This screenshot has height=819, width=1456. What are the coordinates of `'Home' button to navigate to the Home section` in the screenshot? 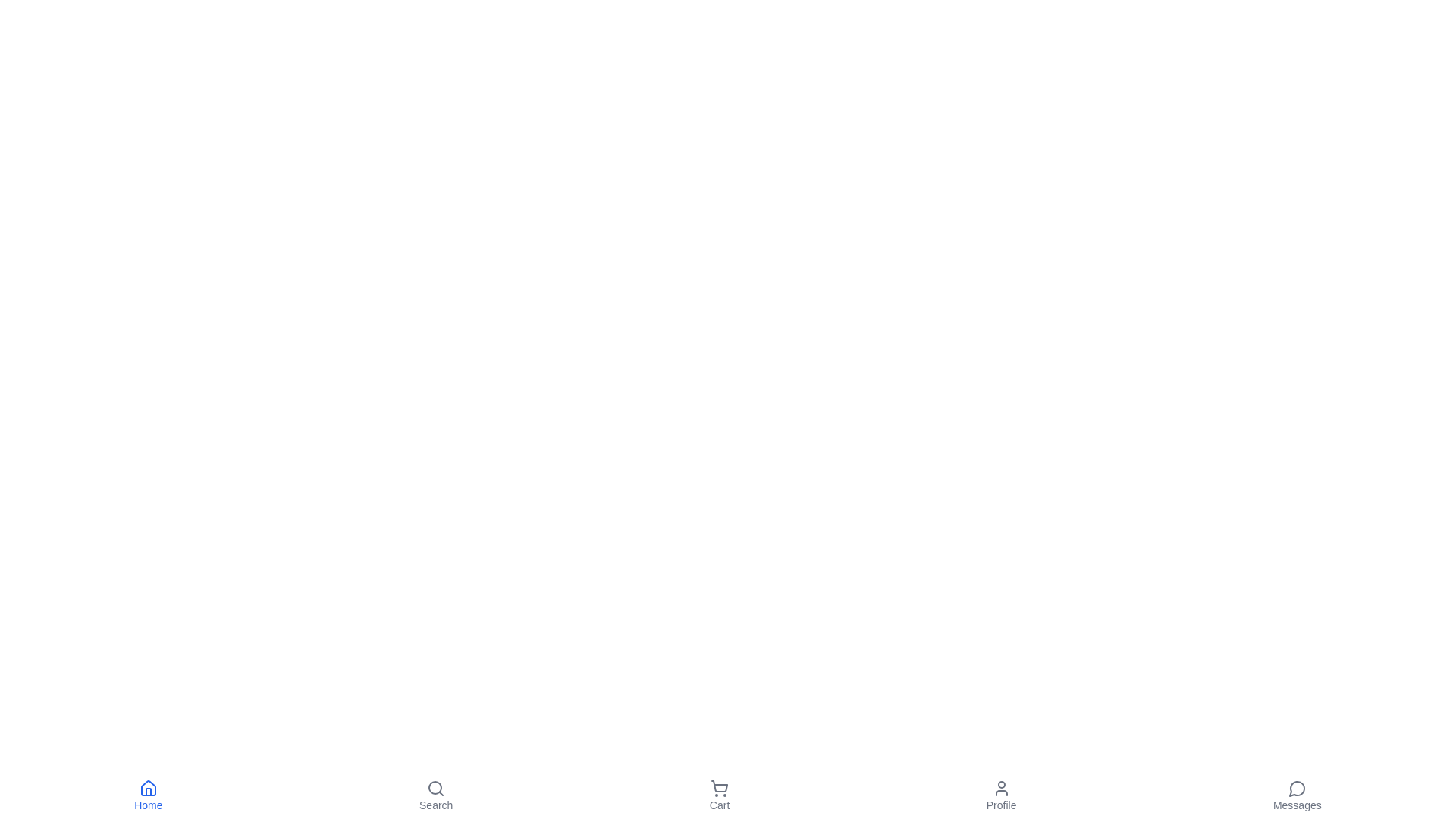 It's located at (148, 795).